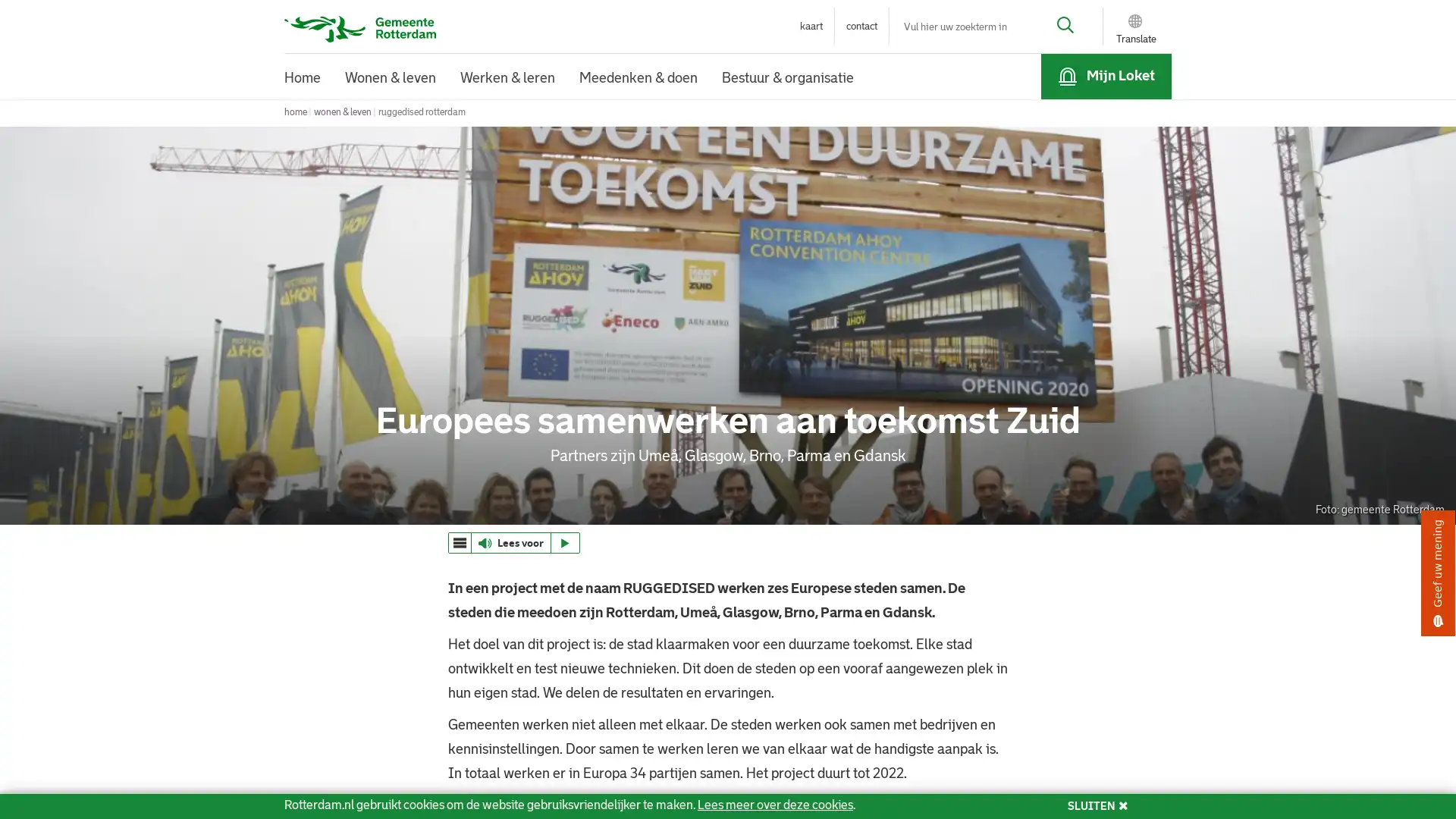  What do you see at coordinates (1437, 573) in the screenshot?
I see `Geef uw mening` at bounding box center [1437, 573].